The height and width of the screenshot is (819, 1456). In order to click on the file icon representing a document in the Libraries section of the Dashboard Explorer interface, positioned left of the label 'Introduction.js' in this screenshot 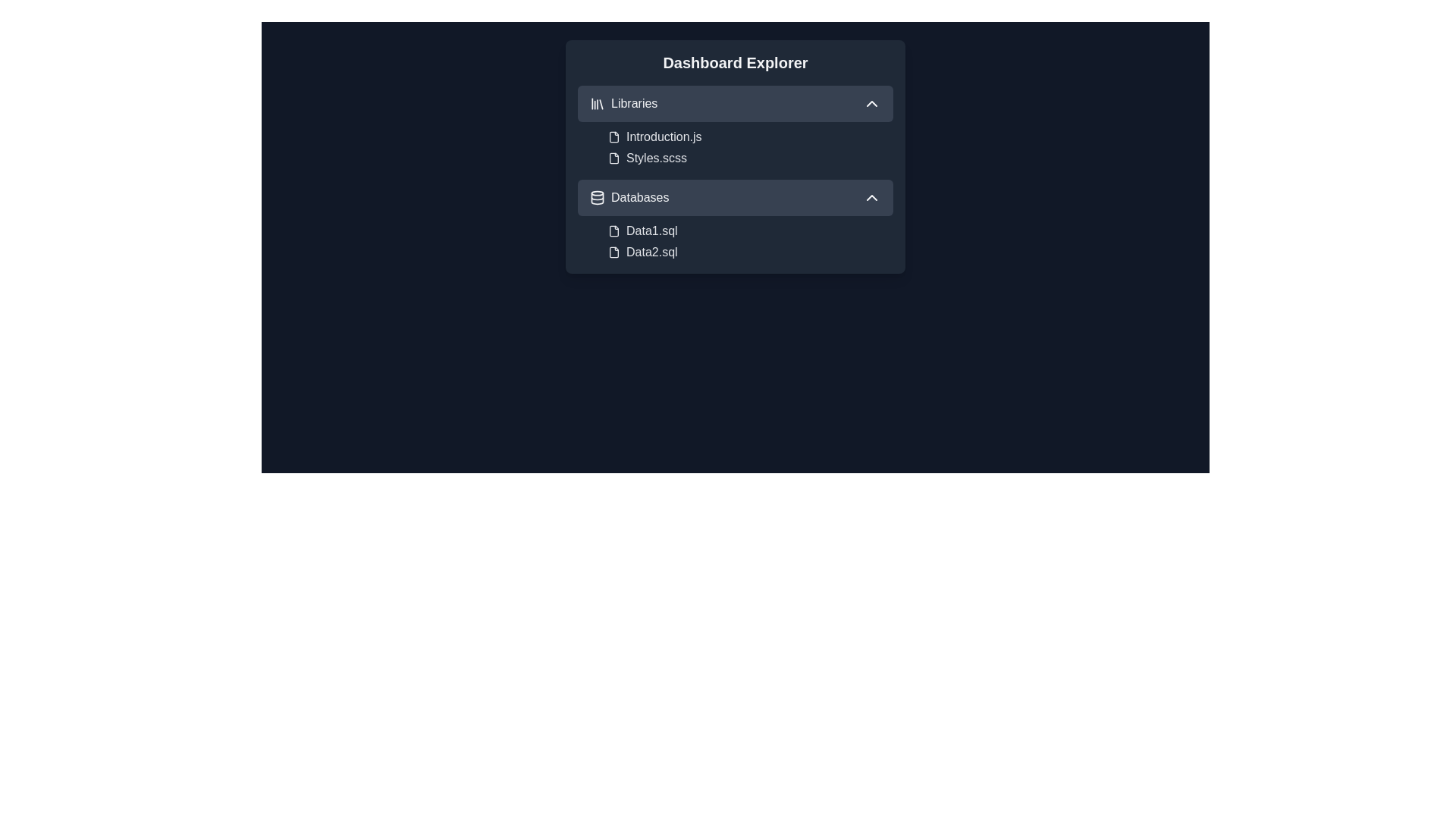, I will do `click(614, 137)`.